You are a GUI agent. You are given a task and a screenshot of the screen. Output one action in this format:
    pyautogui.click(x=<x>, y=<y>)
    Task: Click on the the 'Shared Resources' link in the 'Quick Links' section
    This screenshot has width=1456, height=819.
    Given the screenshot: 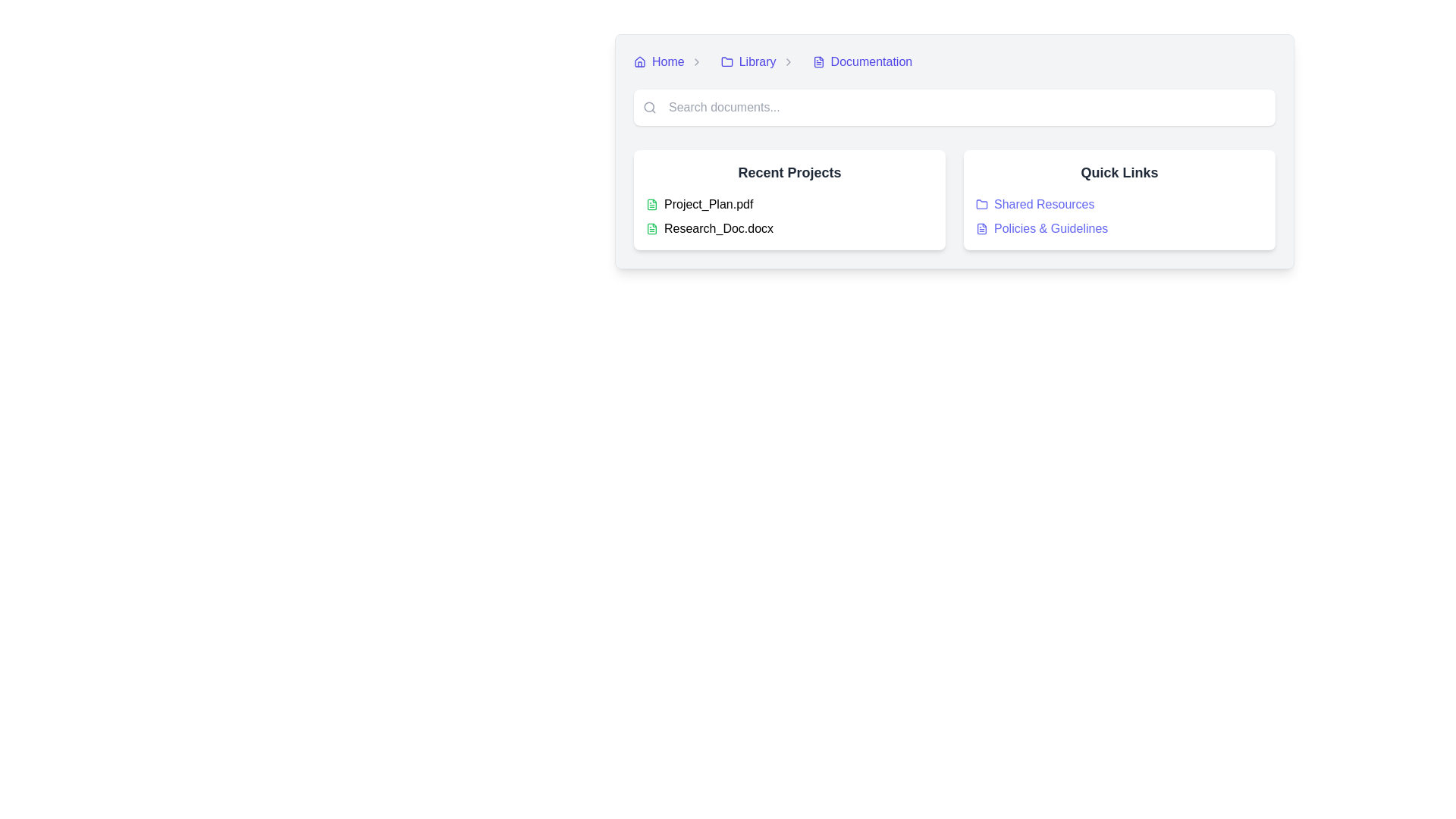 What is the action you would take?
    pyautogui.click(x=1119, y=205)
    